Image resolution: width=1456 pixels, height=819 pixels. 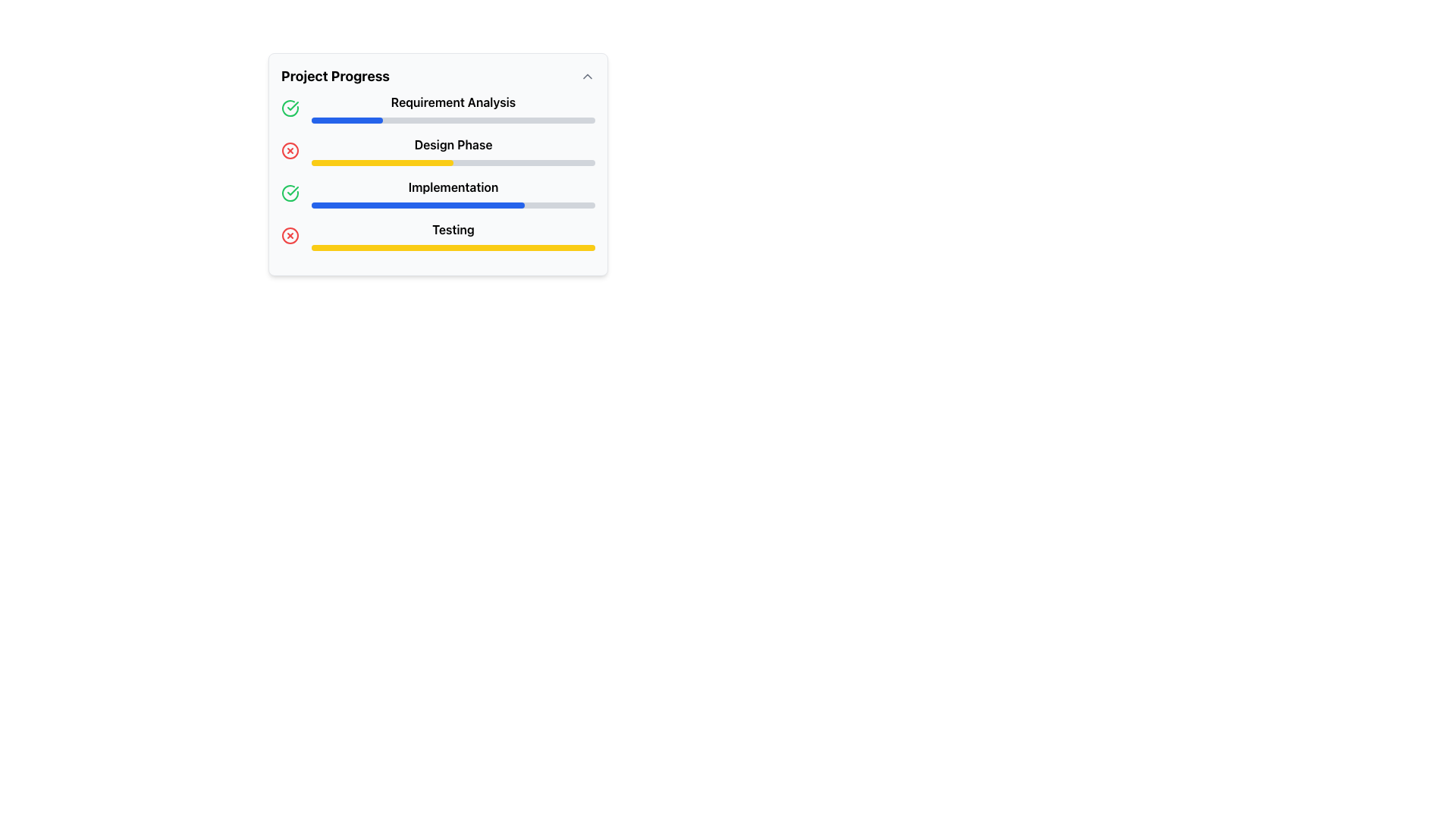 I want to click on the Progress Indicator for the 'Testing' phase, so click(x=437, y=236).